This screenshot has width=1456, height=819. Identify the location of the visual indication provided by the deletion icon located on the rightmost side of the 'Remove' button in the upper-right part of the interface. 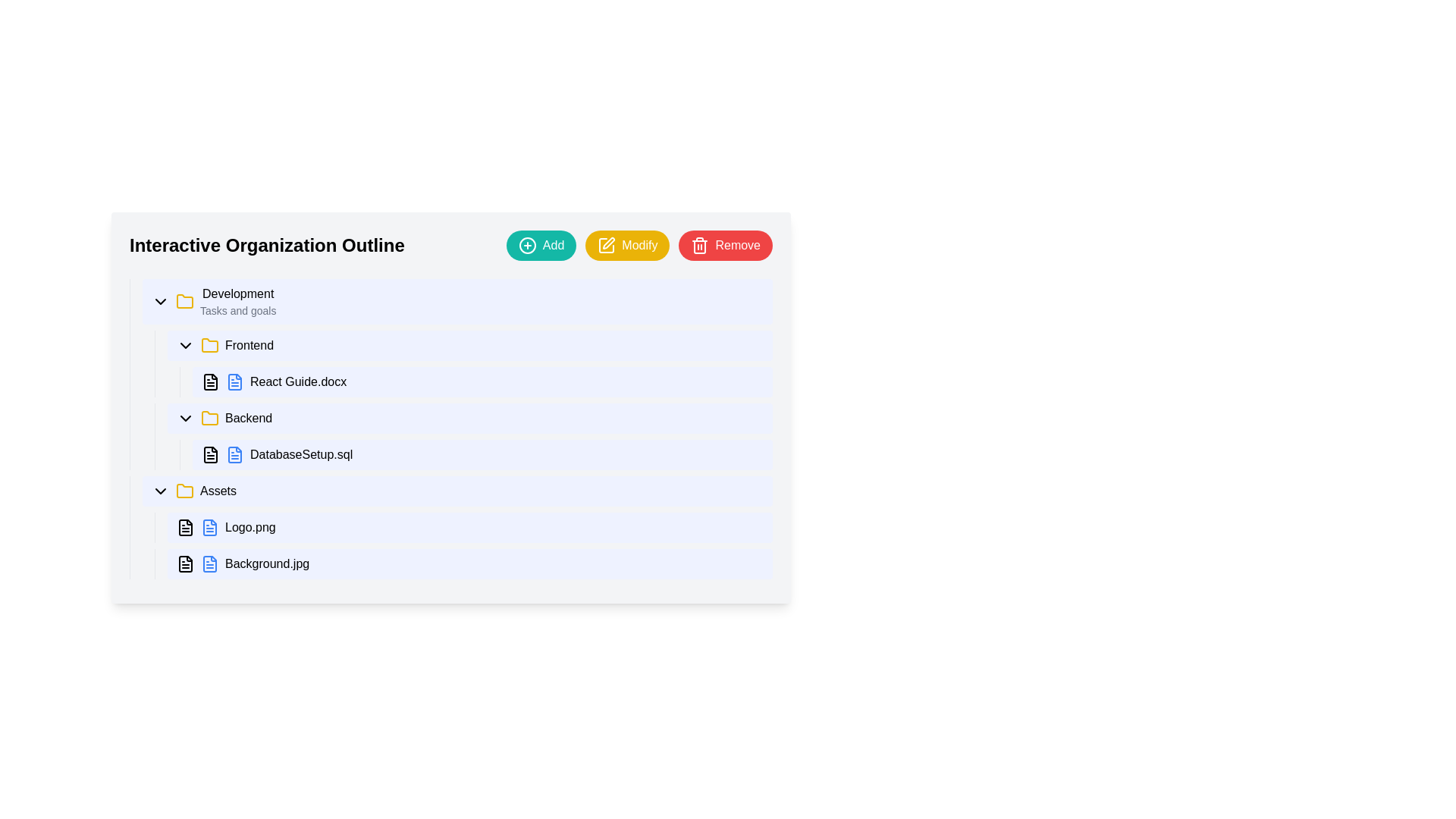
(699, 245).